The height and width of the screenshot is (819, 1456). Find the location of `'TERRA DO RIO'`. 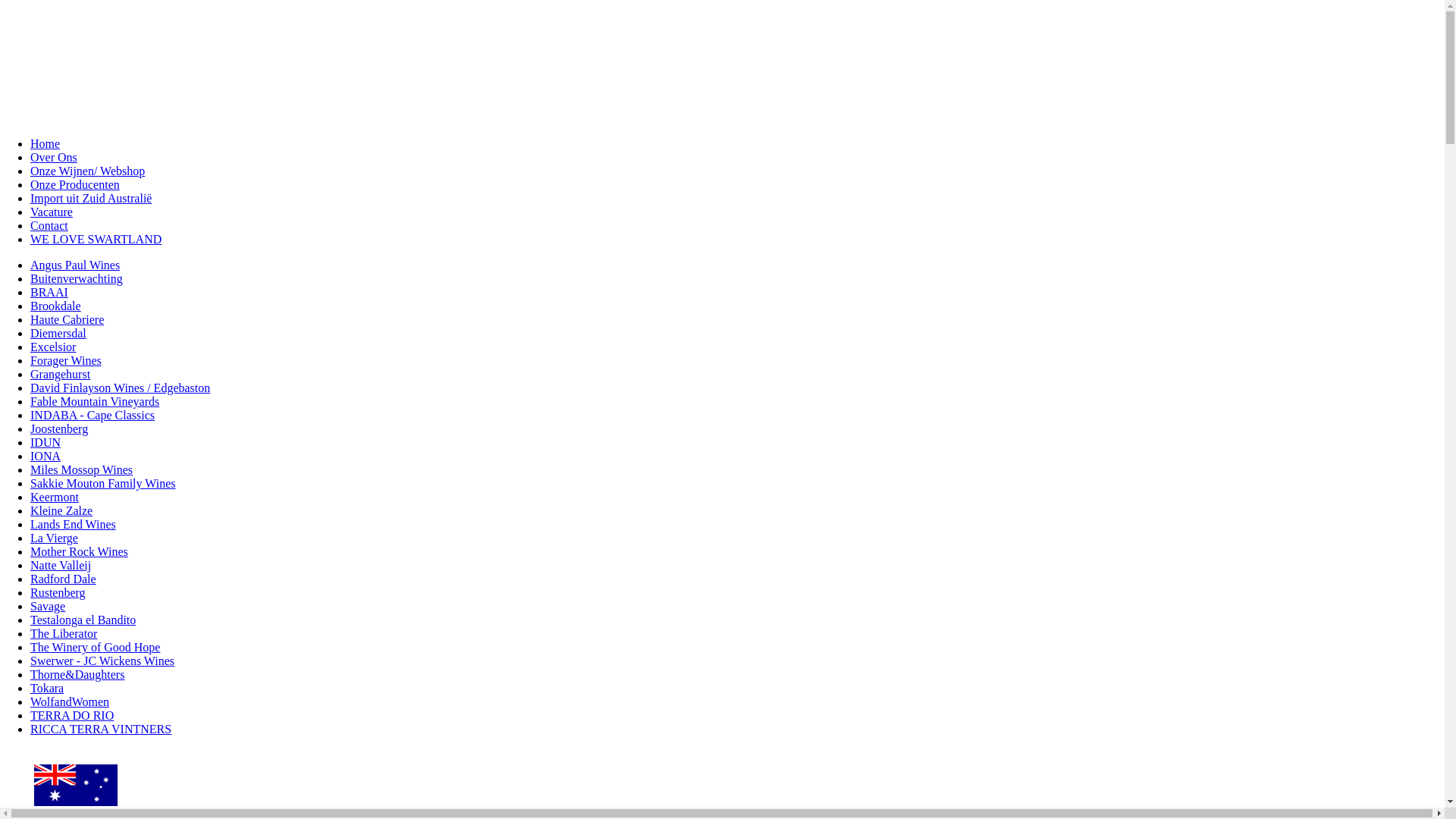

'TERRA DO RIO' is located at coordinates (30, 715).